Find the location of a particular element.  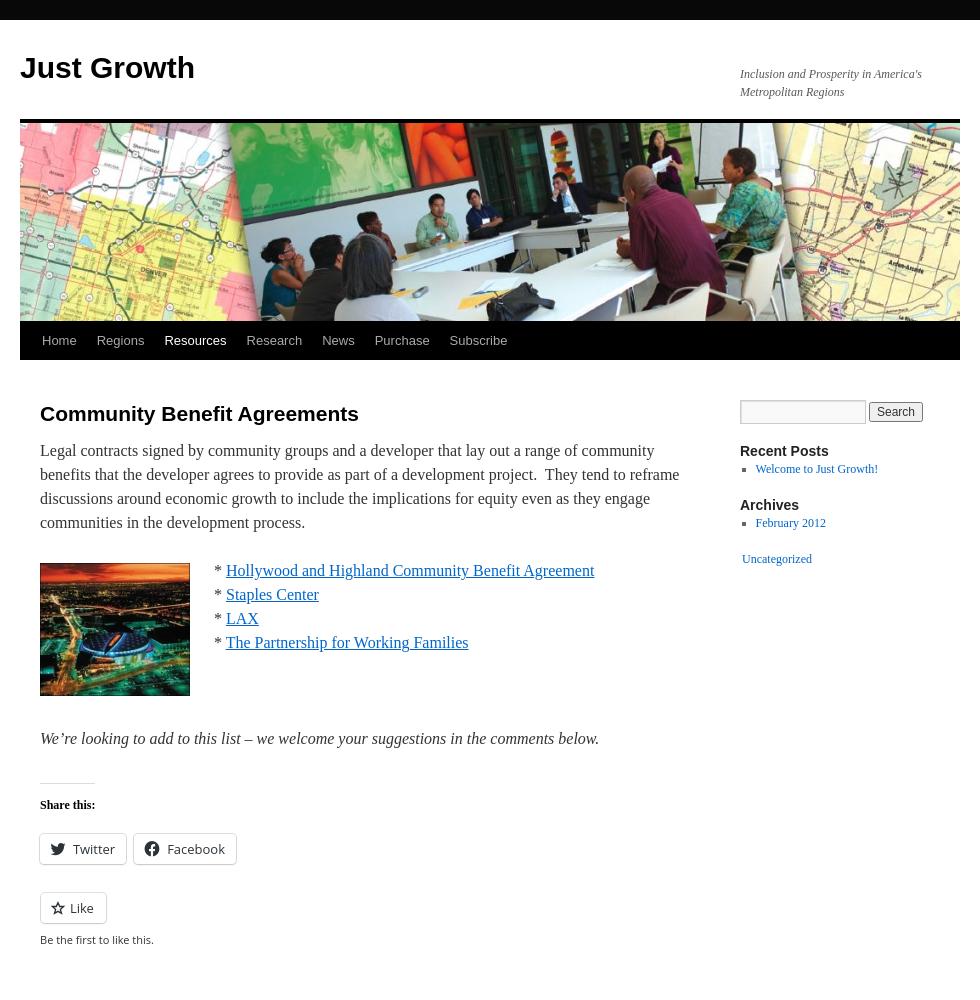

'The Partnership for Working Families' is located at coordinates (346, 642).